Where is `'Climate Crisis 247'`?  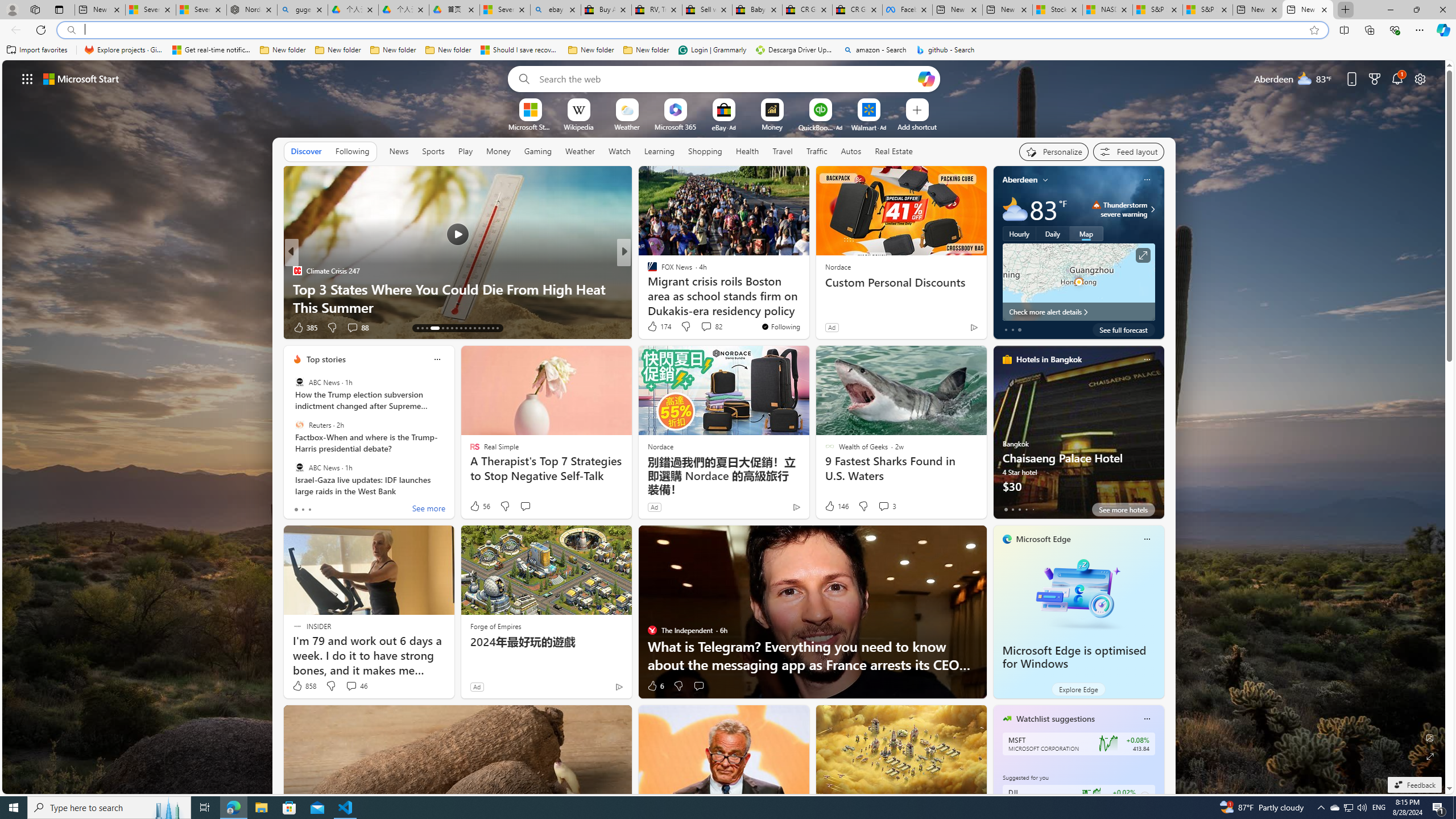 'Climate Crisis 247' is located at coordinates (296, 270).